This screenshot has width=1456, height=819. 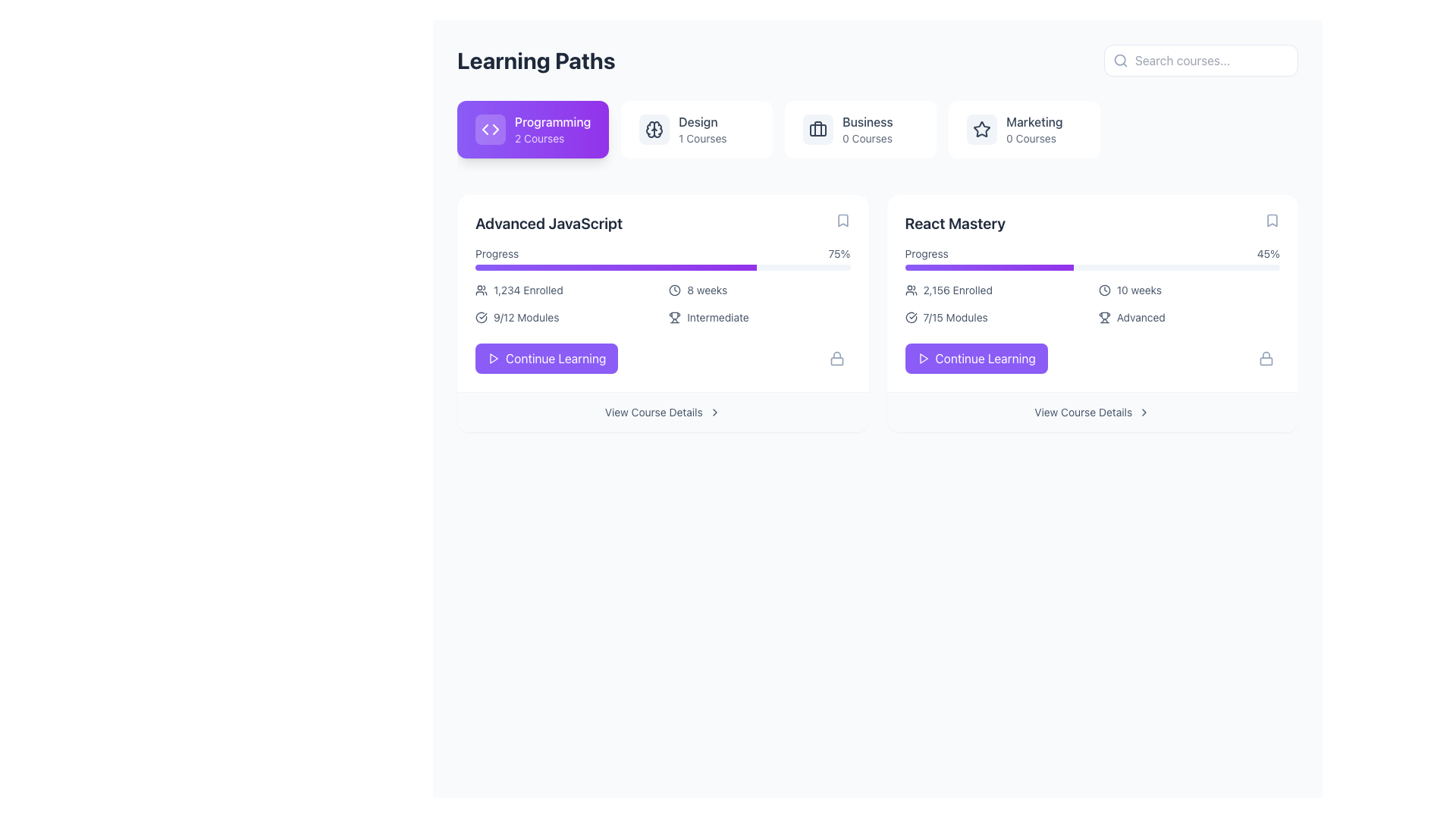 What do you see at coordinates (910, 290) in the screenshot?
I see `the small icon resembling a group of people, which is styled in a black outline and located next to the text '2,156 Enrolled' in the 'React Mastery' course section` at bounding box center [910, 290].